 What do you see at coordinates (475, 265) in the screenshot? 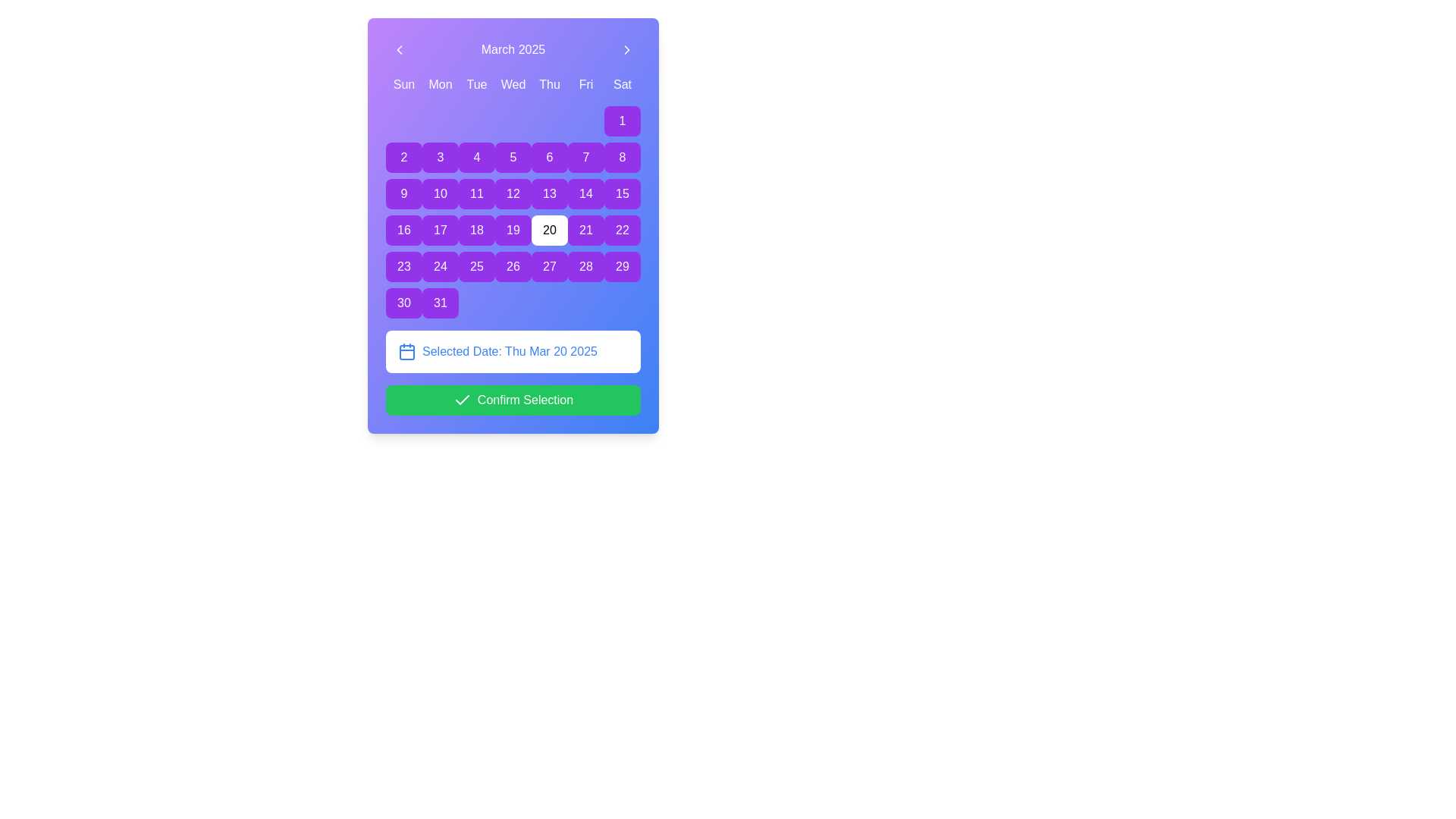
I see `the rounded rectangular button with a purple background displaying '25' to observe its hover effect` at bounding box center [475, 265].